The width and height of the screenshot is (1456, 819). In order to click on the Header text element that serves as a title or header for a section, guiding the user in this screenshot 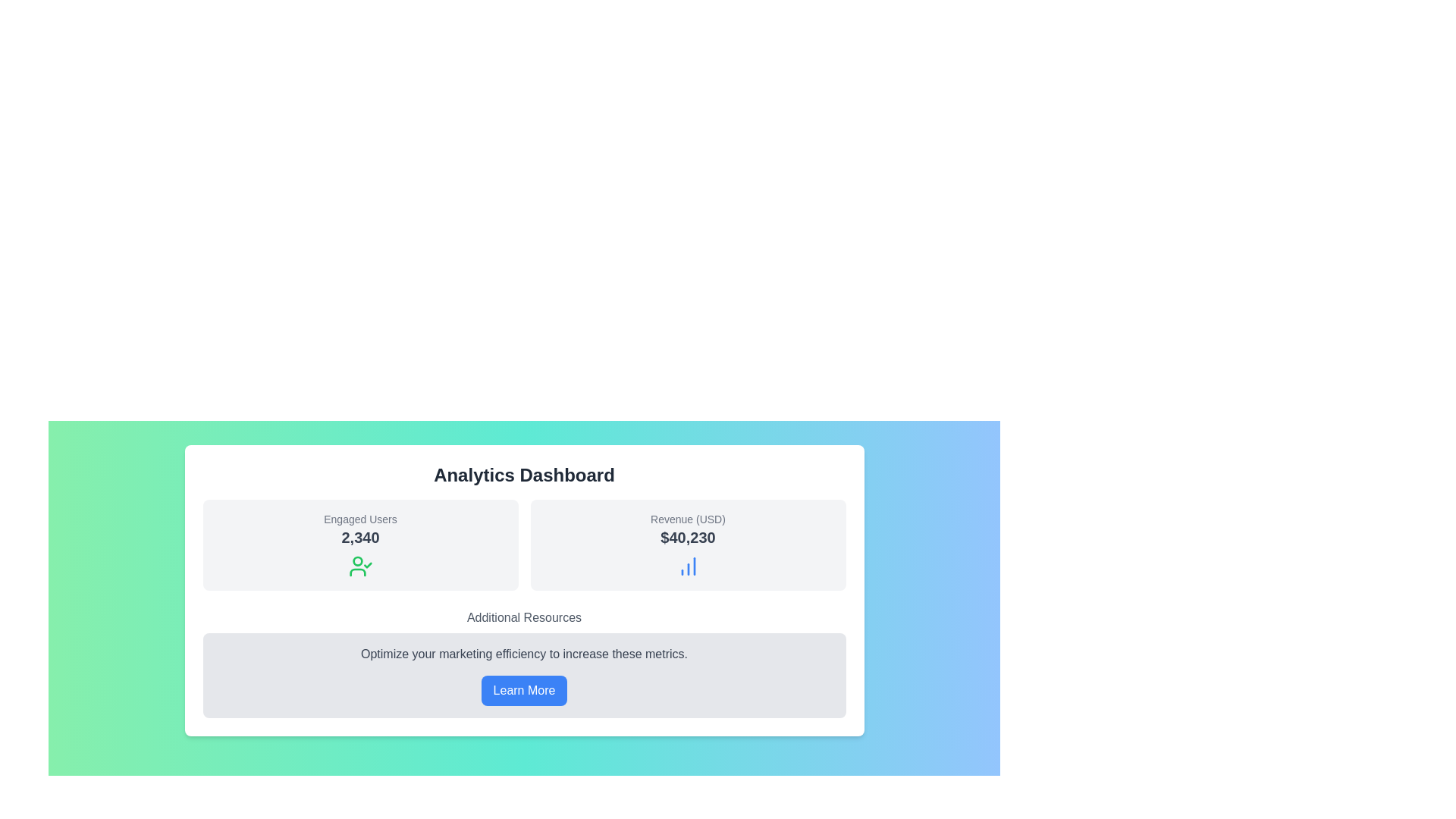, I will do `click(524, 617)`.